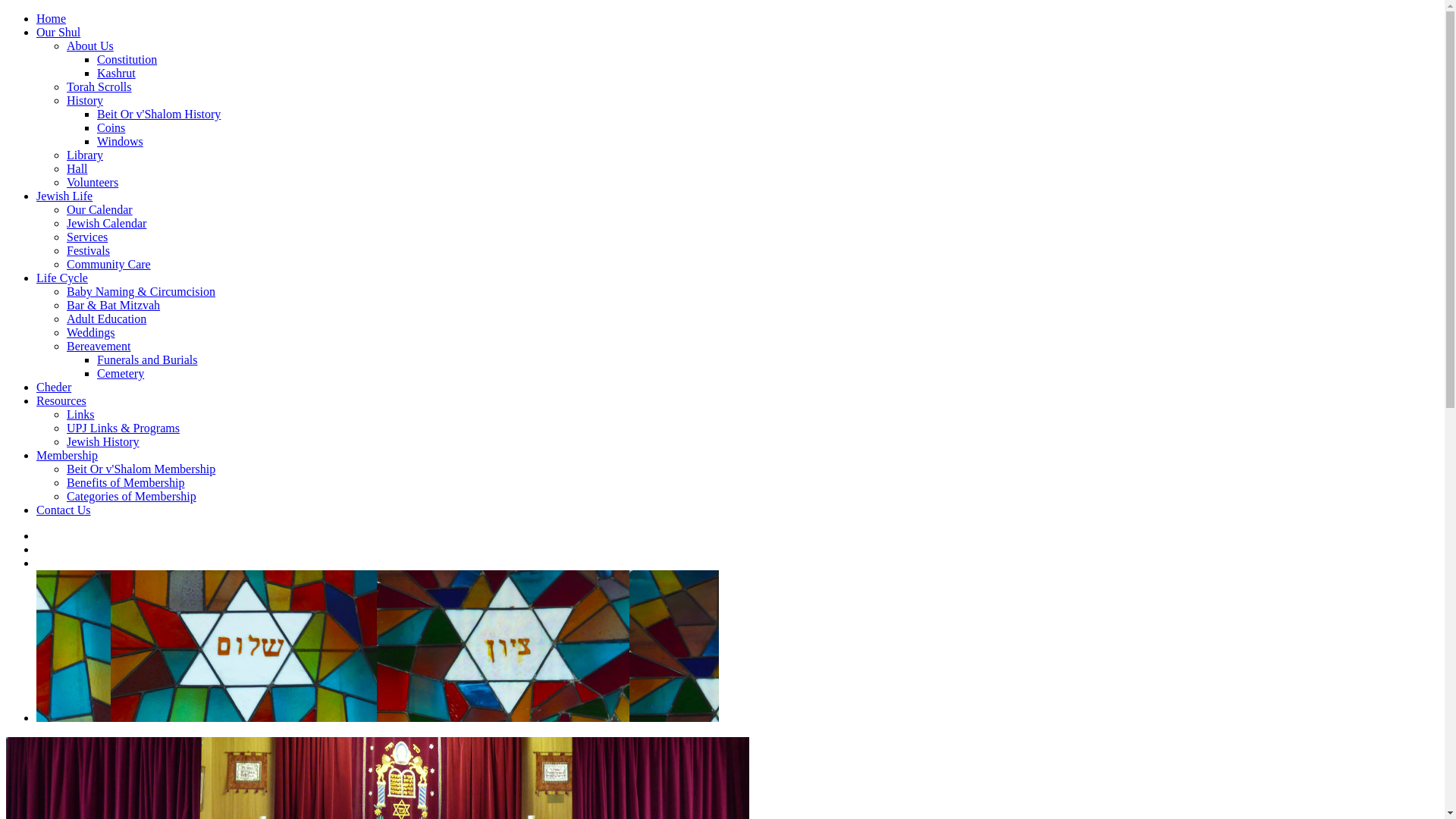 Image resolution: width=1456 pixels, height=819 pixels. I want to click on 'UPJ Links & Programs', so click(123, 428).